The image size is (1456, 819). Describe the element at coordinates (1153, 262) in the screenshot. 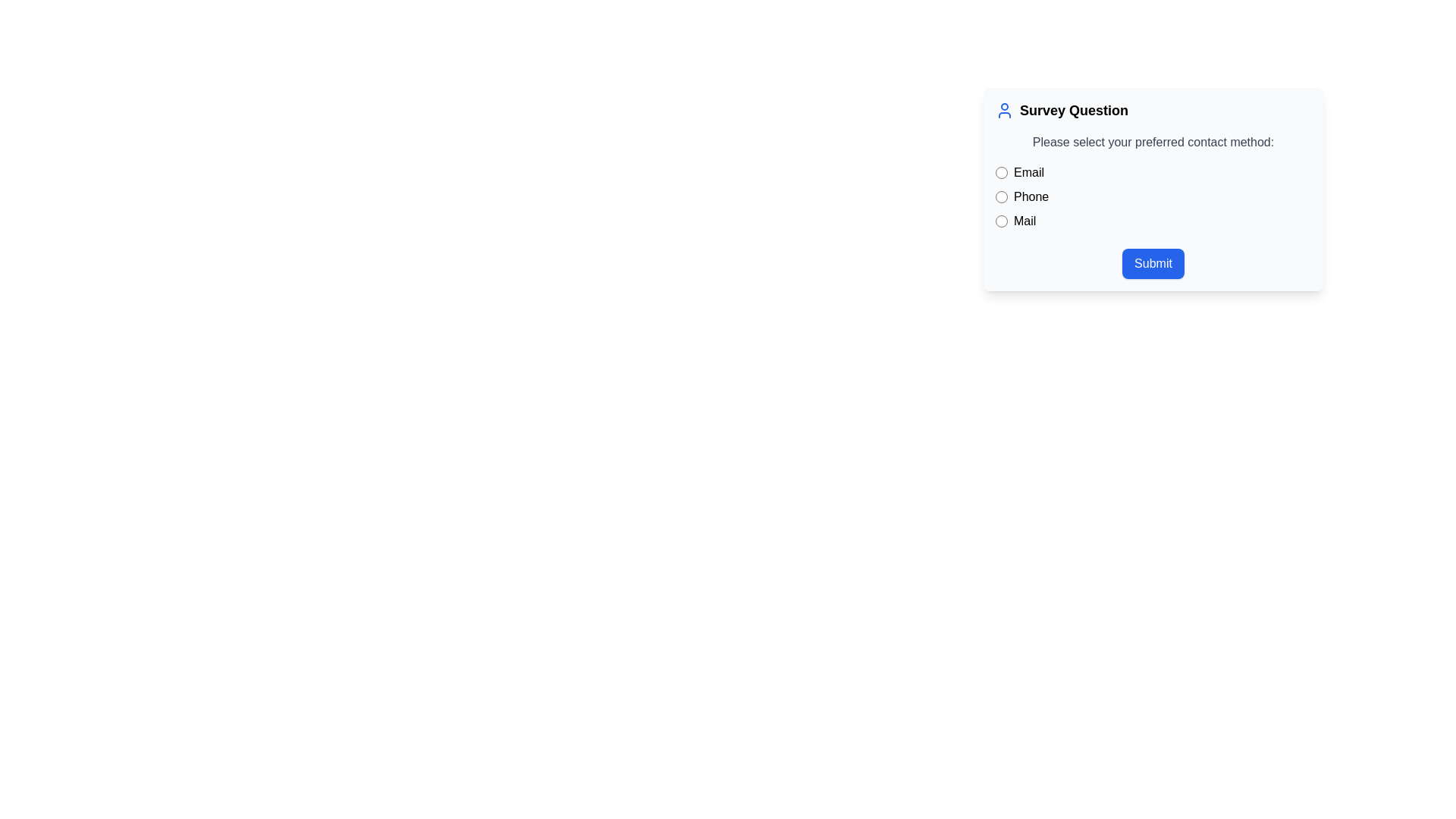

I see `the 'Submit' button, which is a rectangular button with a blue background and white text located at the bottom center of the form section, below the radio button options` at that location.